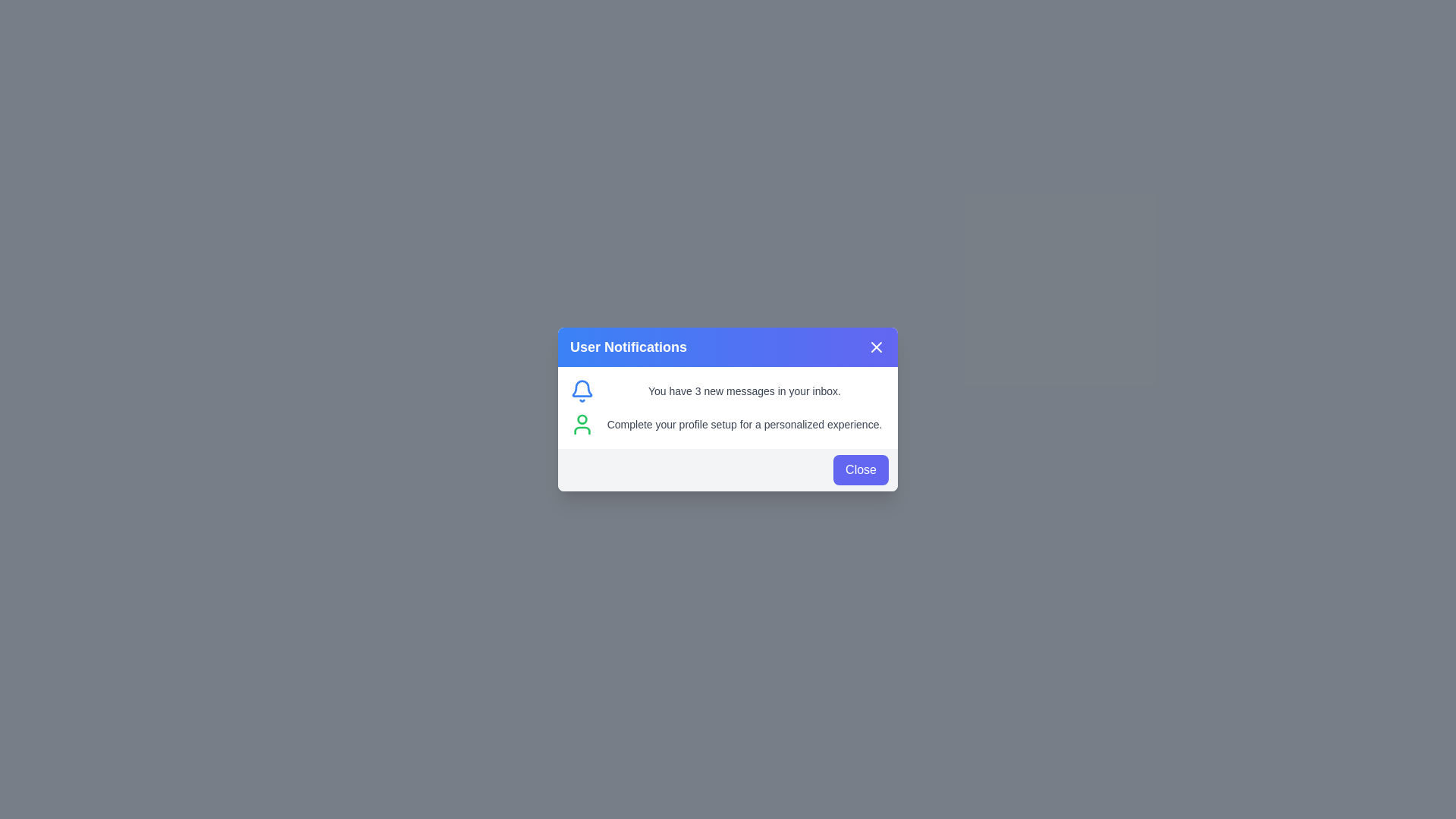  Describe the element at coordinates (877, 347) in the screenshot. I see `the close button located in the top-right corner of the 'User Notifications' dialog` at that location.